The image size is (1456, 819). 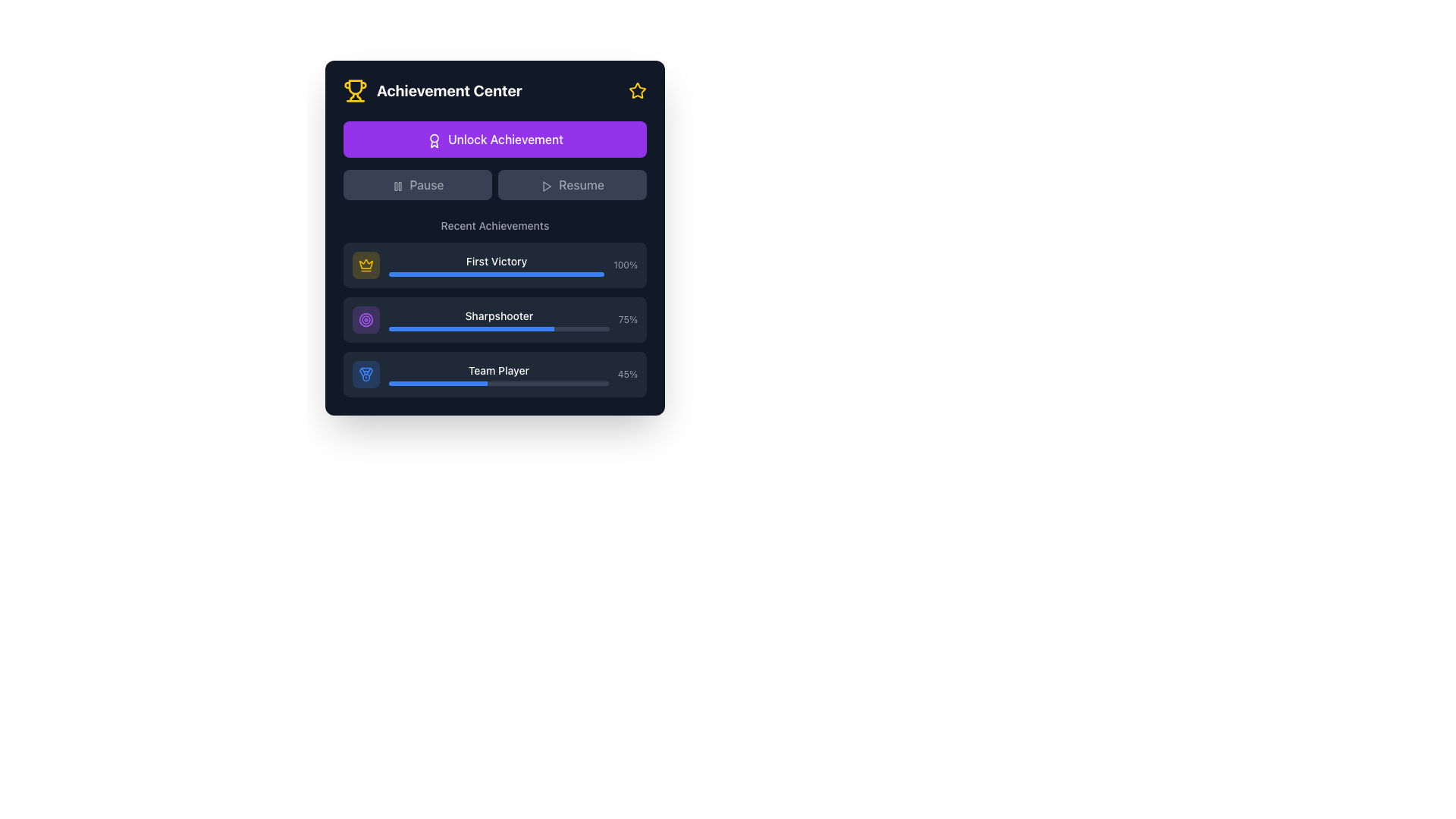 I want to click on the progress bar indicating 75% completion for the 'Sharpshooter' achievement, which is positioned below the 'Sharpshooter' text in the achievements list, so click(x=499, y=328).